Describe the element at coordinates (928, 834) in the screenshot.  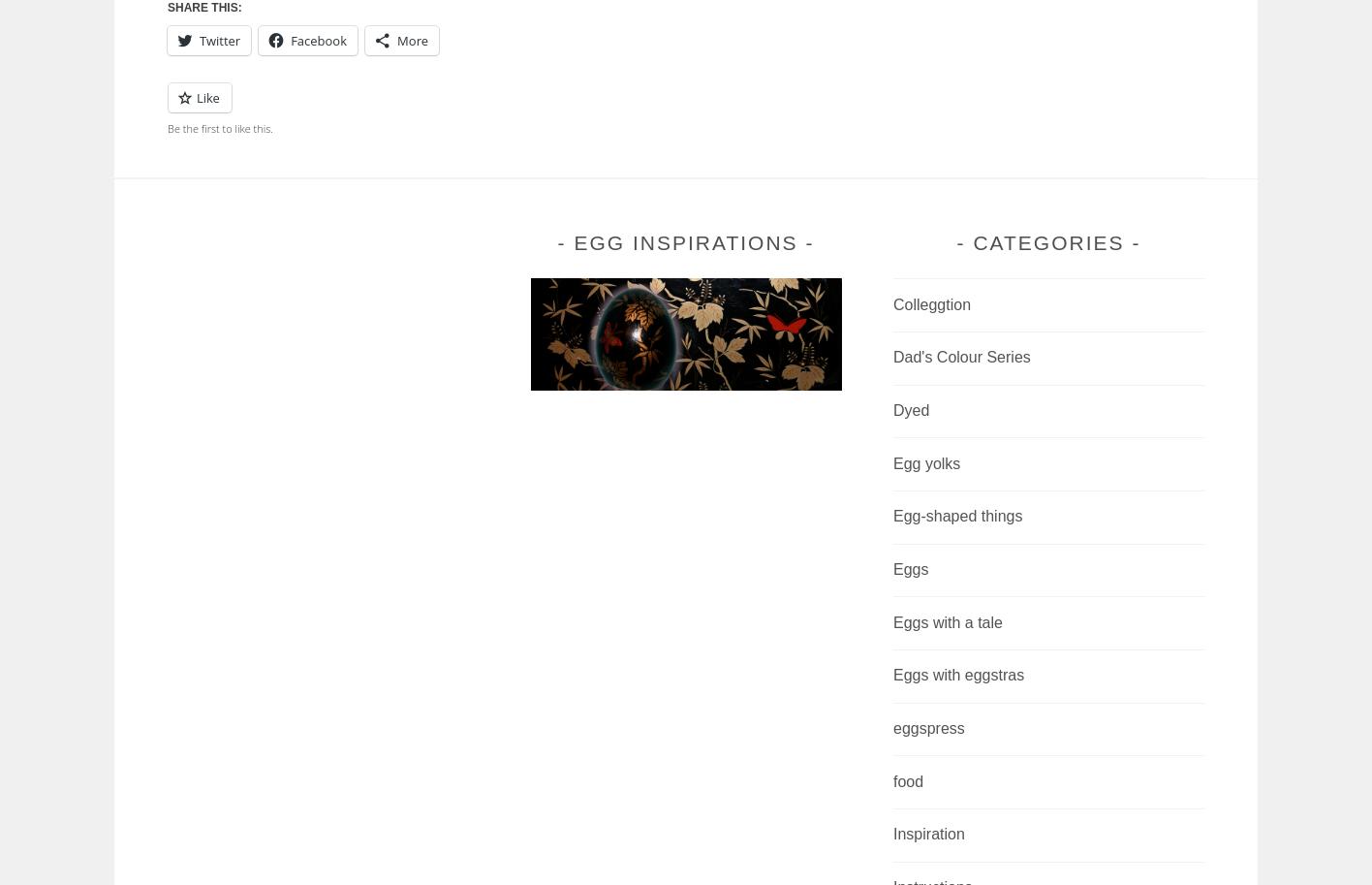
I see `'Inspiration'` at that location.